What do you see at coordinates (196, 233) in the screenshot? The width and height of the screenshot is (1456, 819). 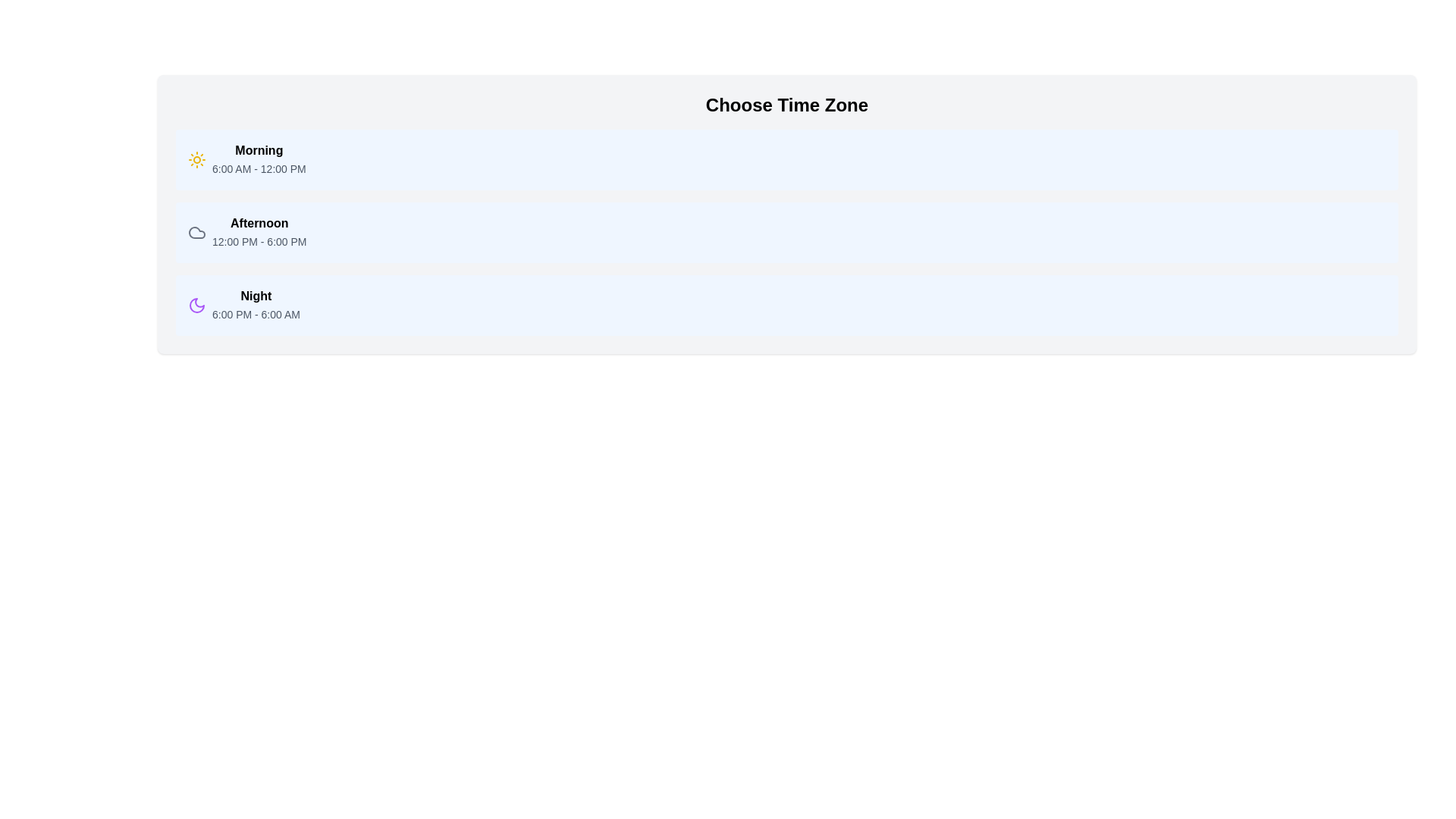 I see `the 'Afternoon' icon located to the left of the text content in the 'Afternoon 12:00 PM - 6:00 PM' card` at bounding box center [196, 233].